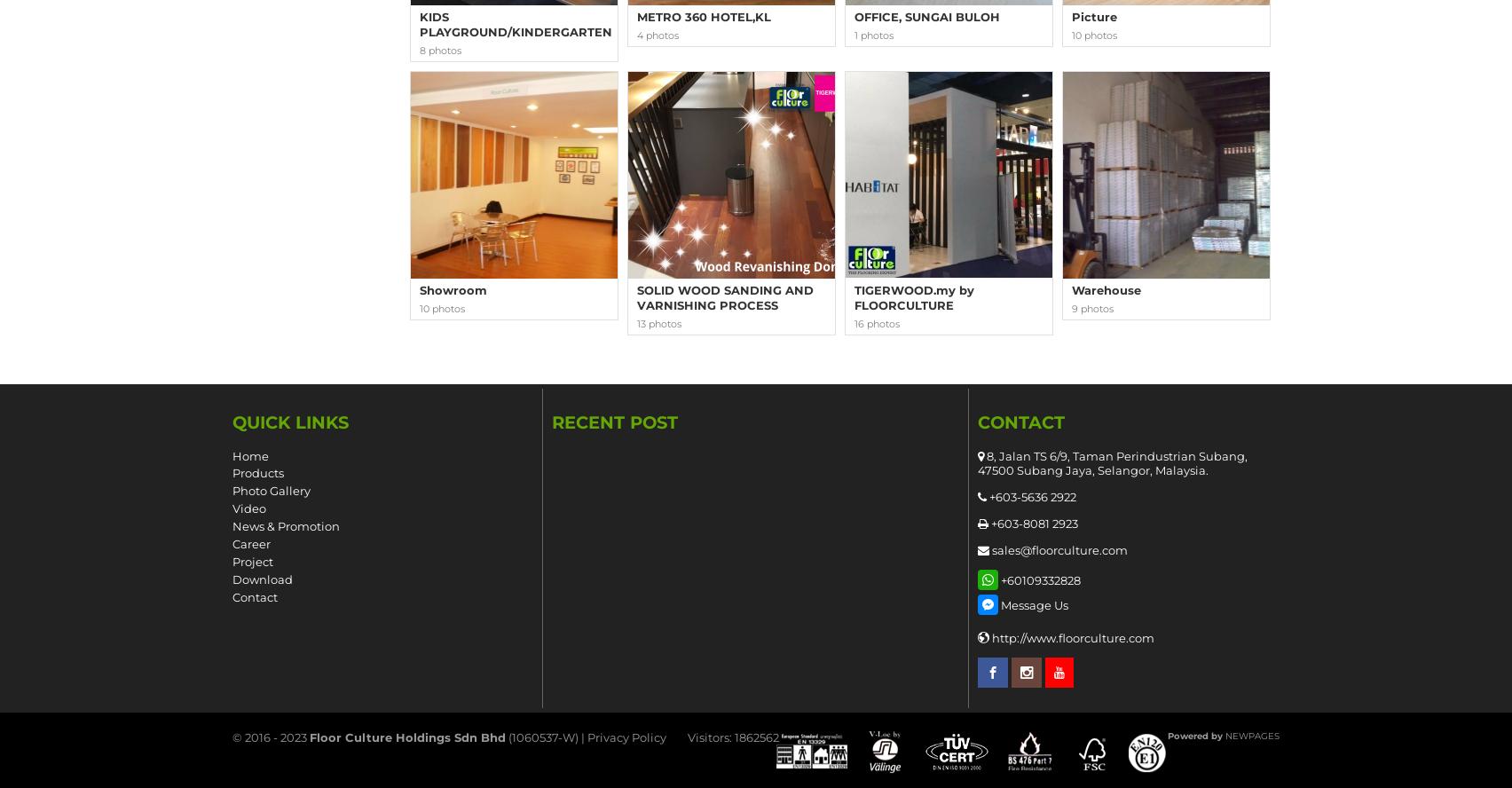 Image resolution: width=1512 pixels, height=788 pixels. Describe the element at coordinates (232, 508) in the screenshot. I see `'Video'` at that location.